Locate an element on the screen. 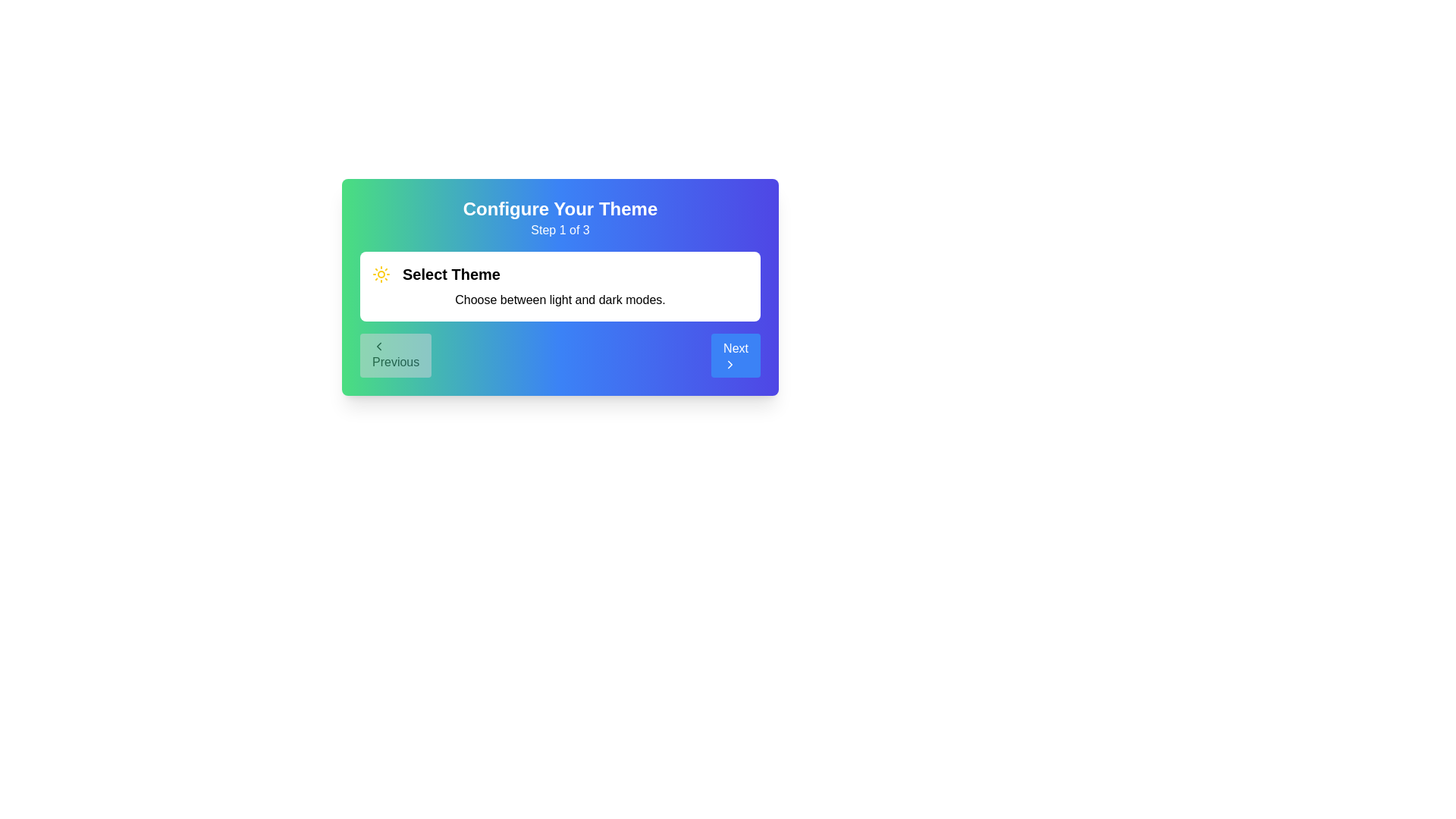  the 'Previous' button located in the bottom-left corner of the navigation controls is located at coordinates (396, 356).